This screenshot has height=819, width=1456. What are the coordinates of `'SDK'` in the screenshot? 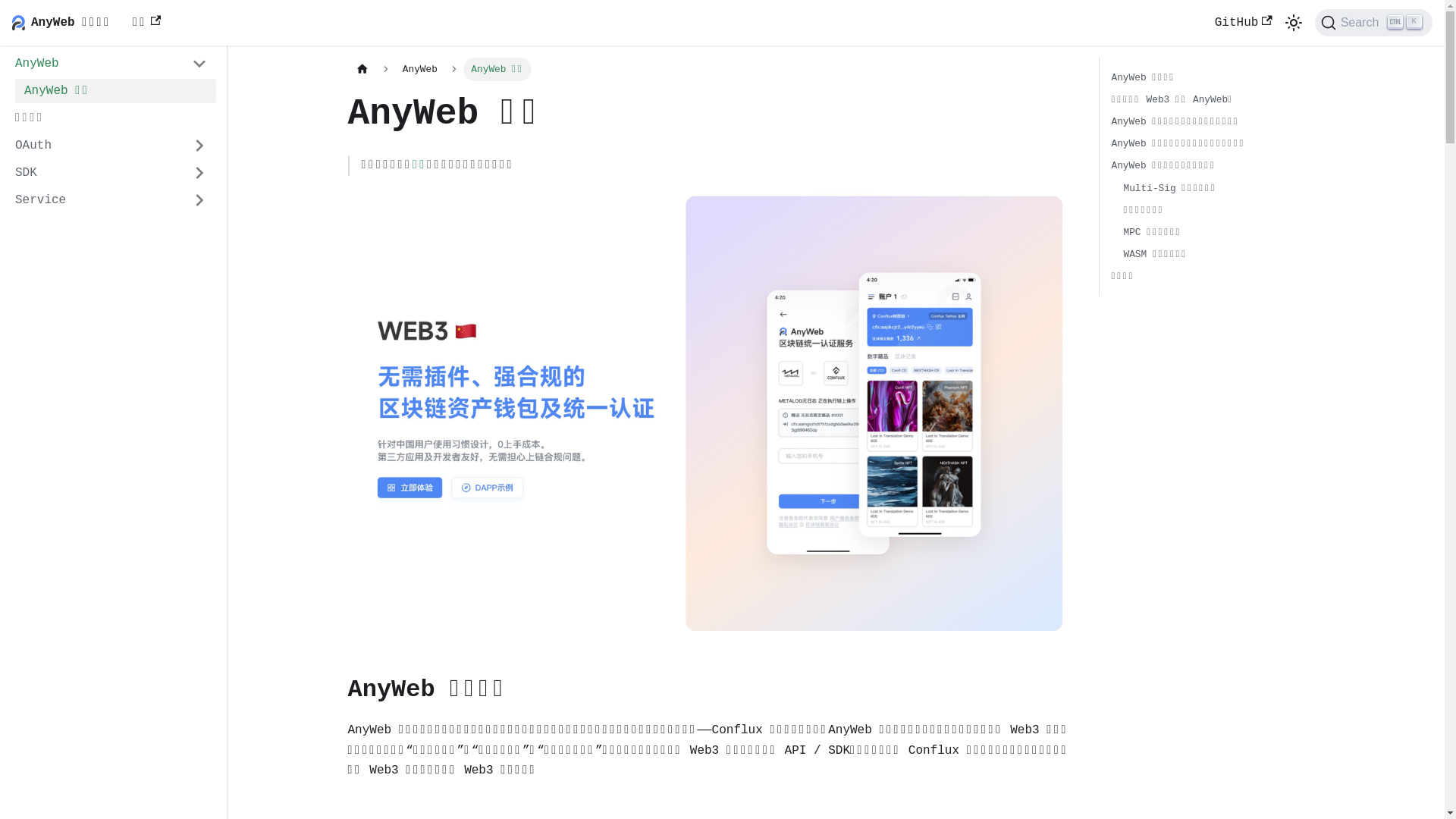 It's located at (110, 171).